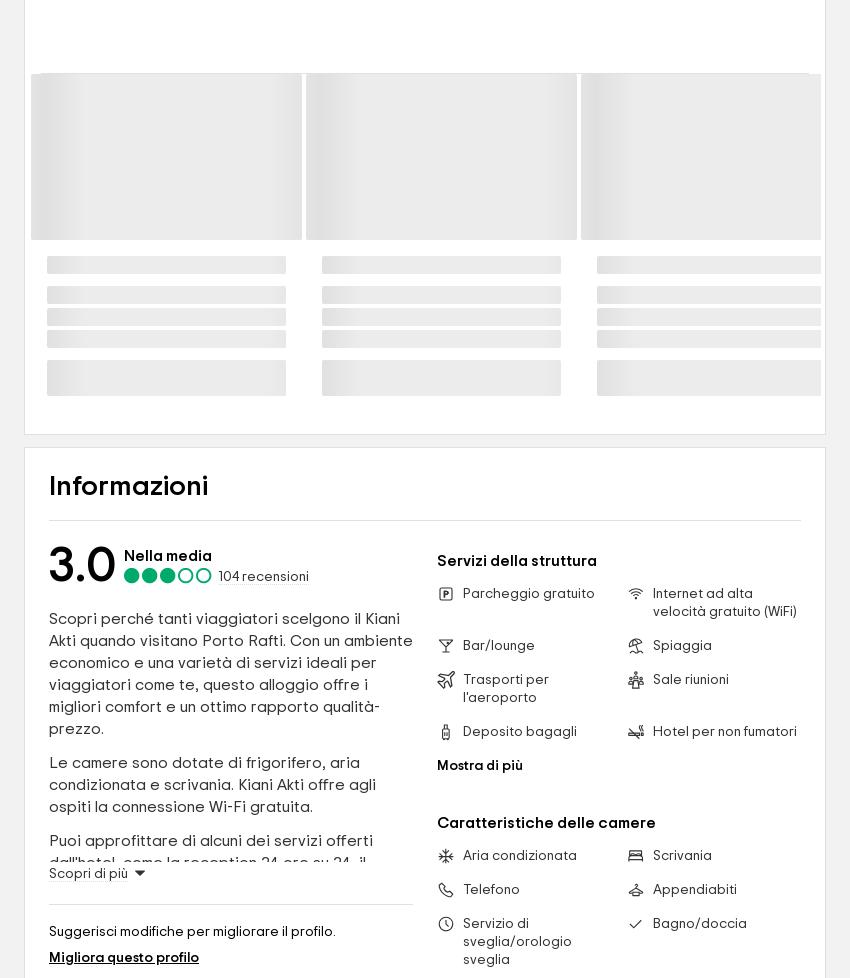 The height and width of the screenshot is (978, 850). I want to click on 'Servizio di sveglia/orologio sveglia', so click(516, 941).